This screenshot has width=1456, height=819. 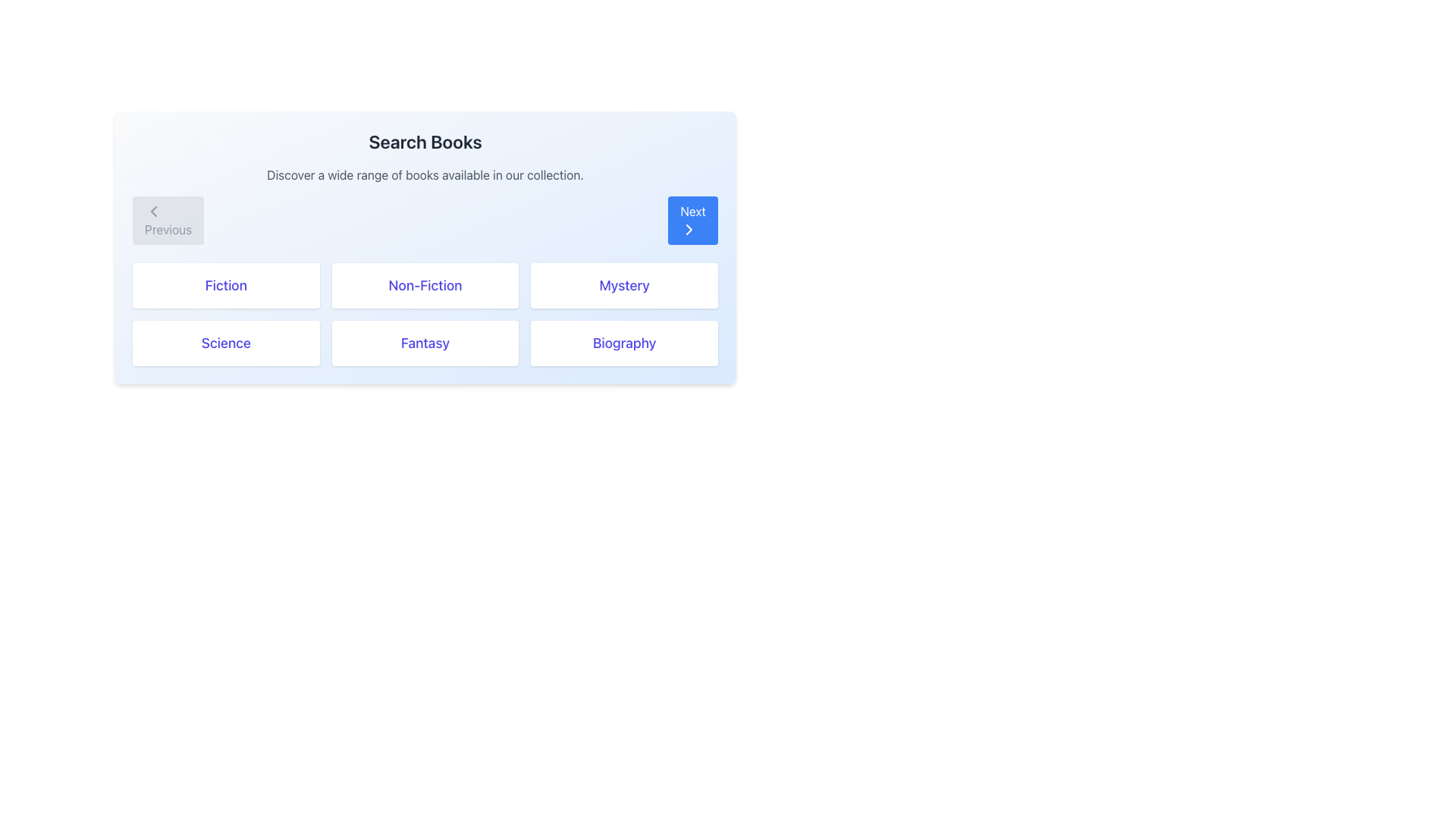 I want to click on the rectangular button labeled 'Mystery' with a white background and bold blue font, so click(x=624, y=286).